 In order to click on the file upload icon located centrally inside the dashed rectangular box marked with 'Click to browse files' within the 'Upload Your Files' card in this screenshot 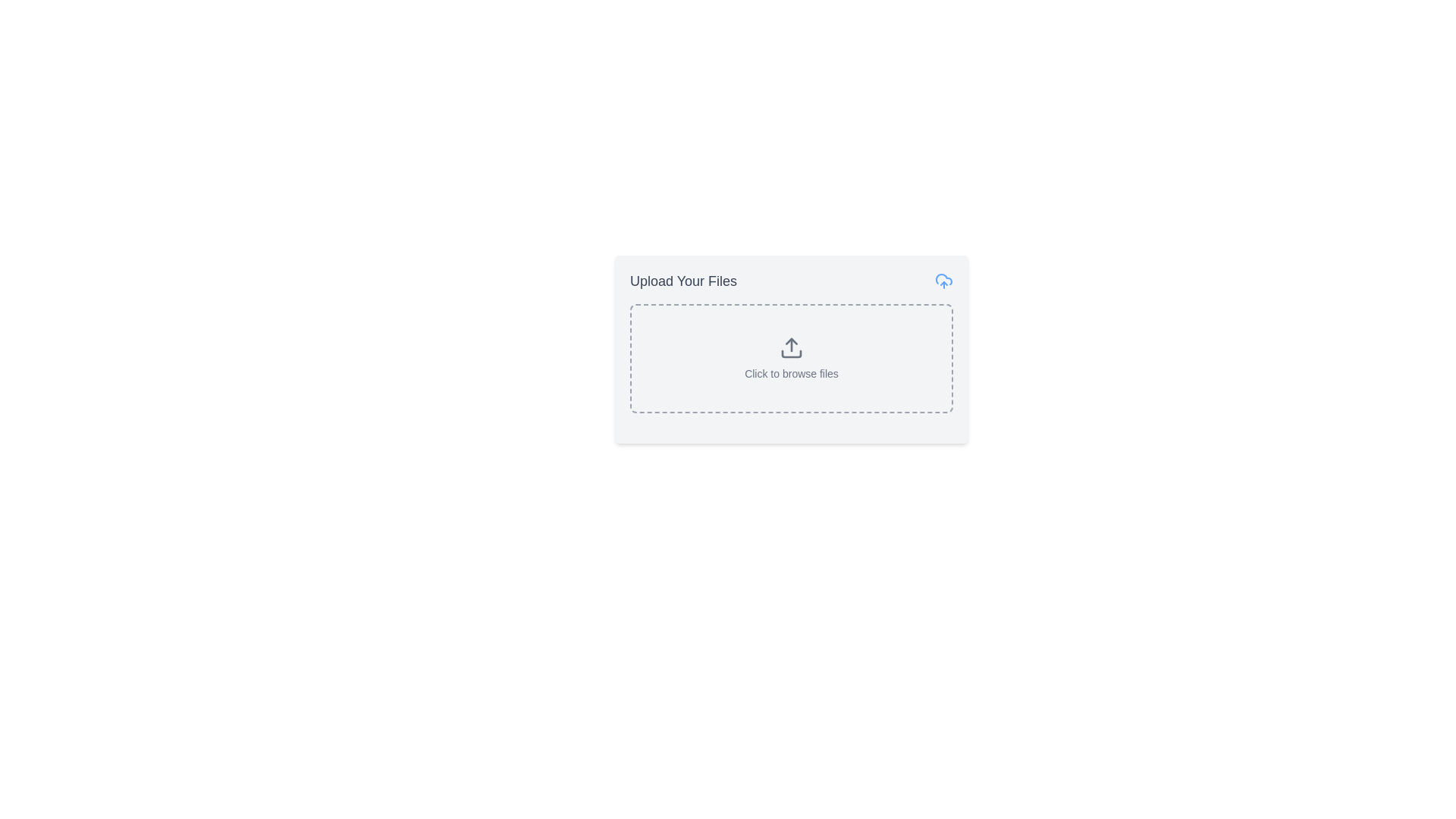, I will do `click(790, 348)`.